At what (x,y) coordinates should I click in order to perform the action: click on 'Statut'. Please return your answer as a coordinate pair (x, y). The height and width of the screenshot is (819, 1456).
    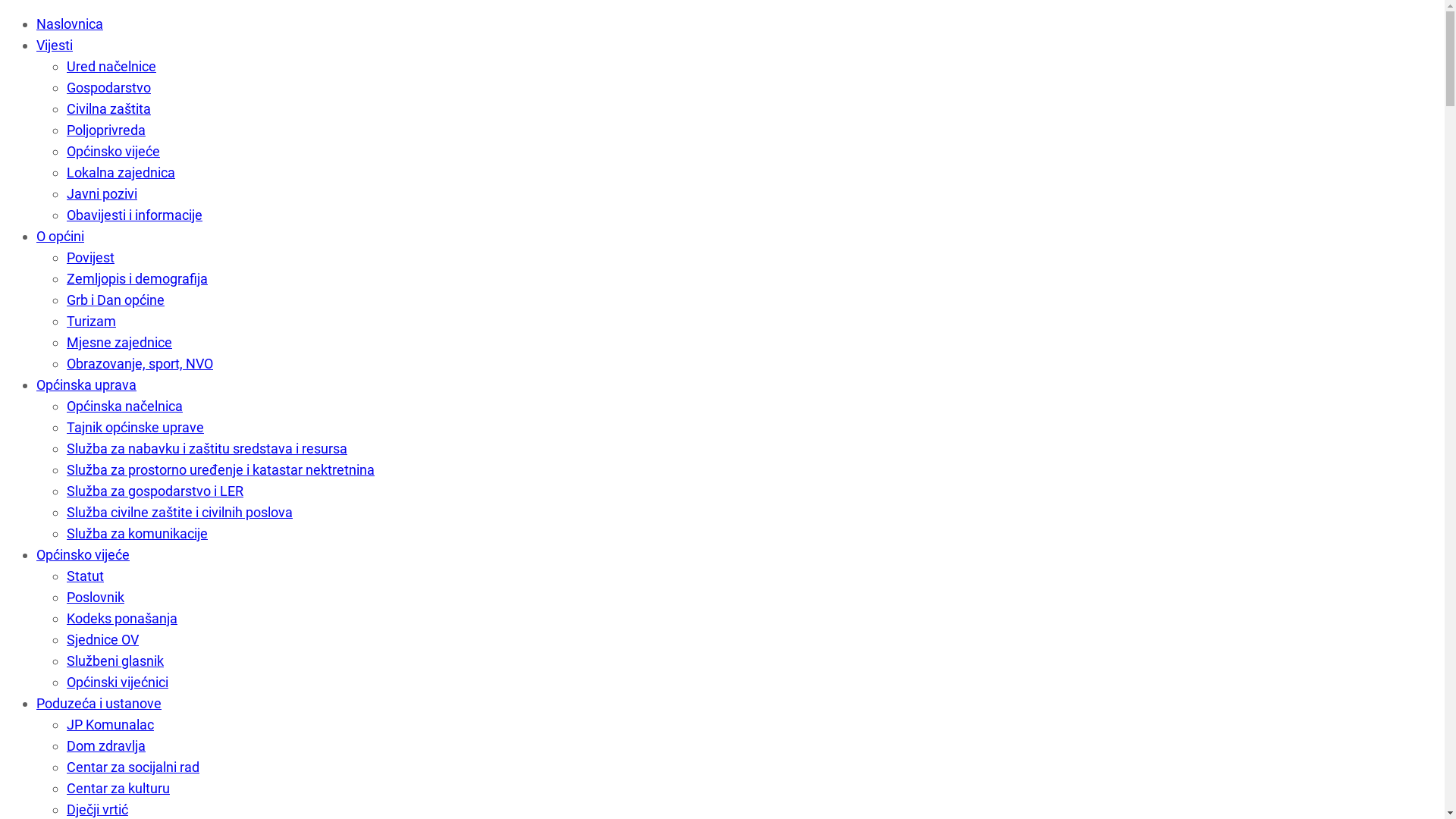
    Looking at the image, I should click on (84, 576).